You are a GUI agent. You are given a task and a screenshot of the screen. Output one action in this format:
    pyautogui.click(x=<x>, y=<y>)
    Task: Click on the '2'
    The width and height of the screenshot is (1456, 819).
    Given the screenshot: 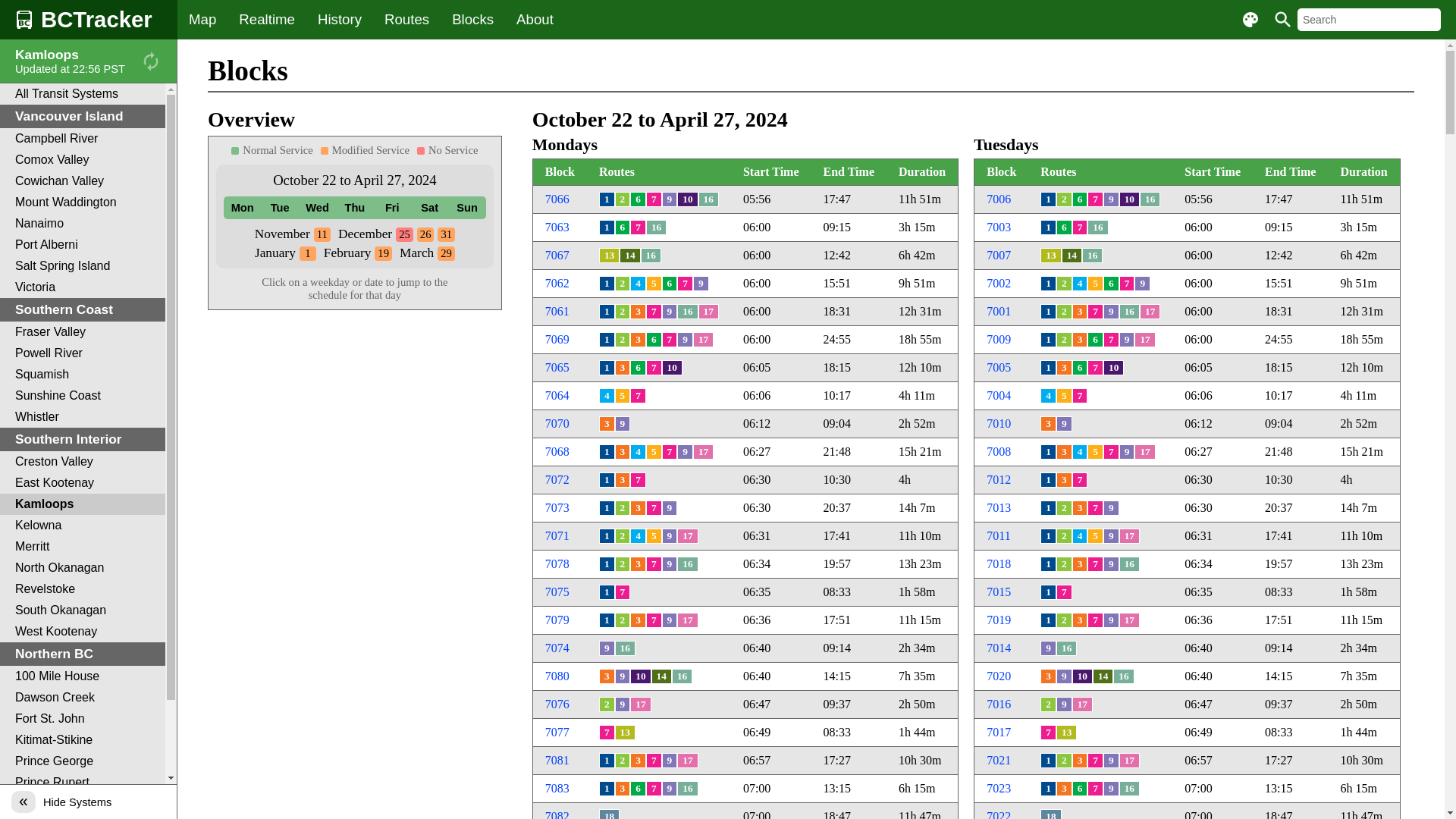 What is the action you would take?
    pyautogui.click(x=623, y=620)
    